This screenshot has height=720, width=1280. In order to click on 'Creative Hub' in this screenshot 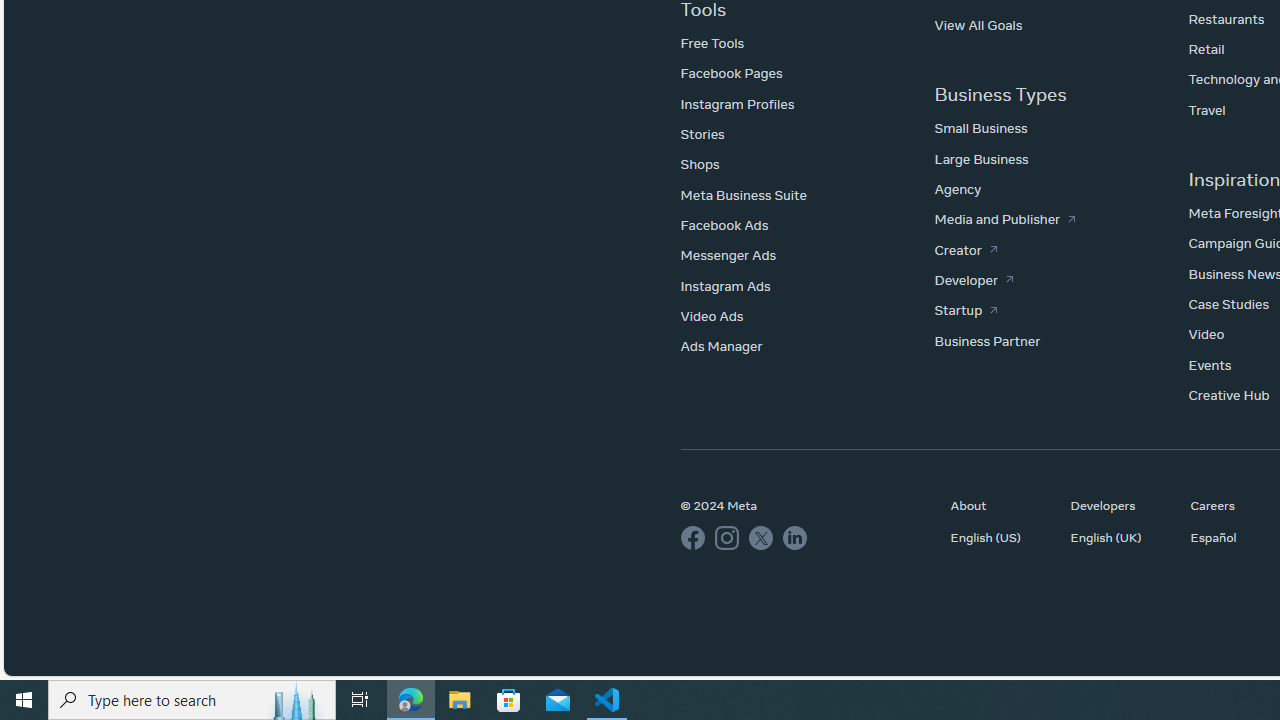, I will do `click(1227, 395)`.